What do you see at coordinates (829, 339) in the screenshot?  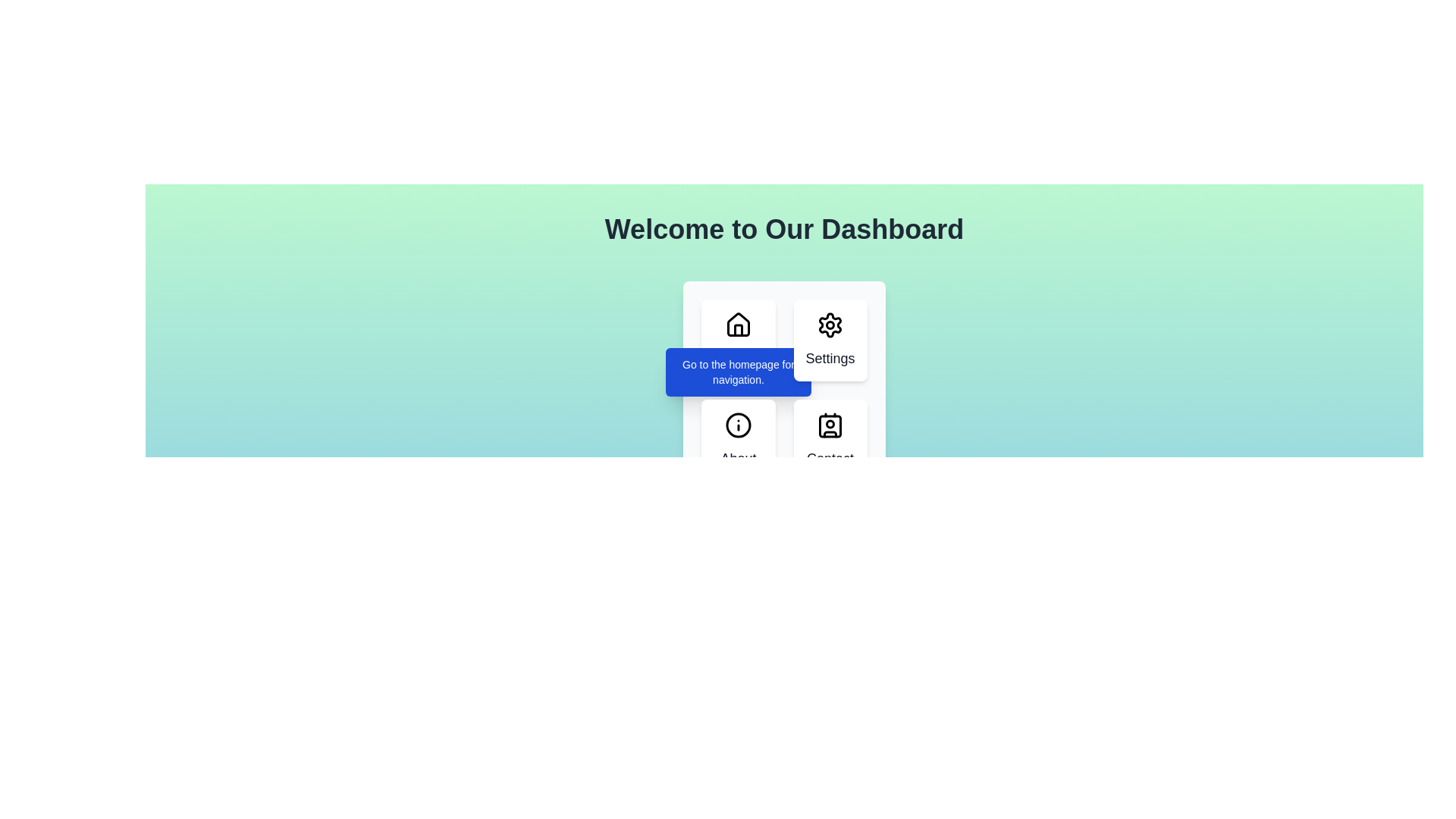 I see `the rectangular button with a white background and a gear icon above the text 'Settings'` at bounding box center [829, 339].